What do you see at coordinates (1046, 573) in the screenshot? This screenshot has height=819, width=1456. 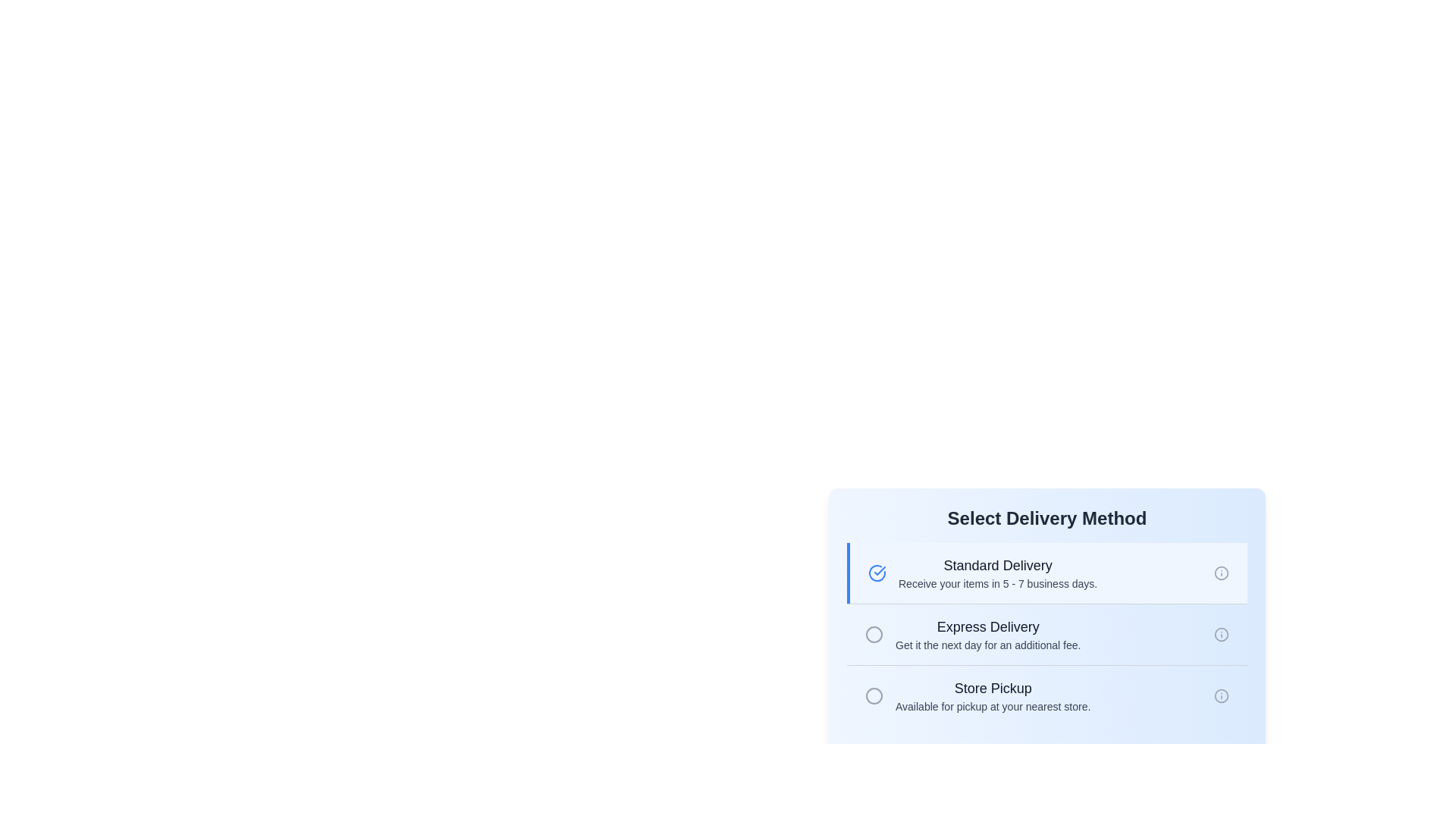 I see `the 'Standard Delivery' option in the selectable list` at bounding box center [1046, 573].